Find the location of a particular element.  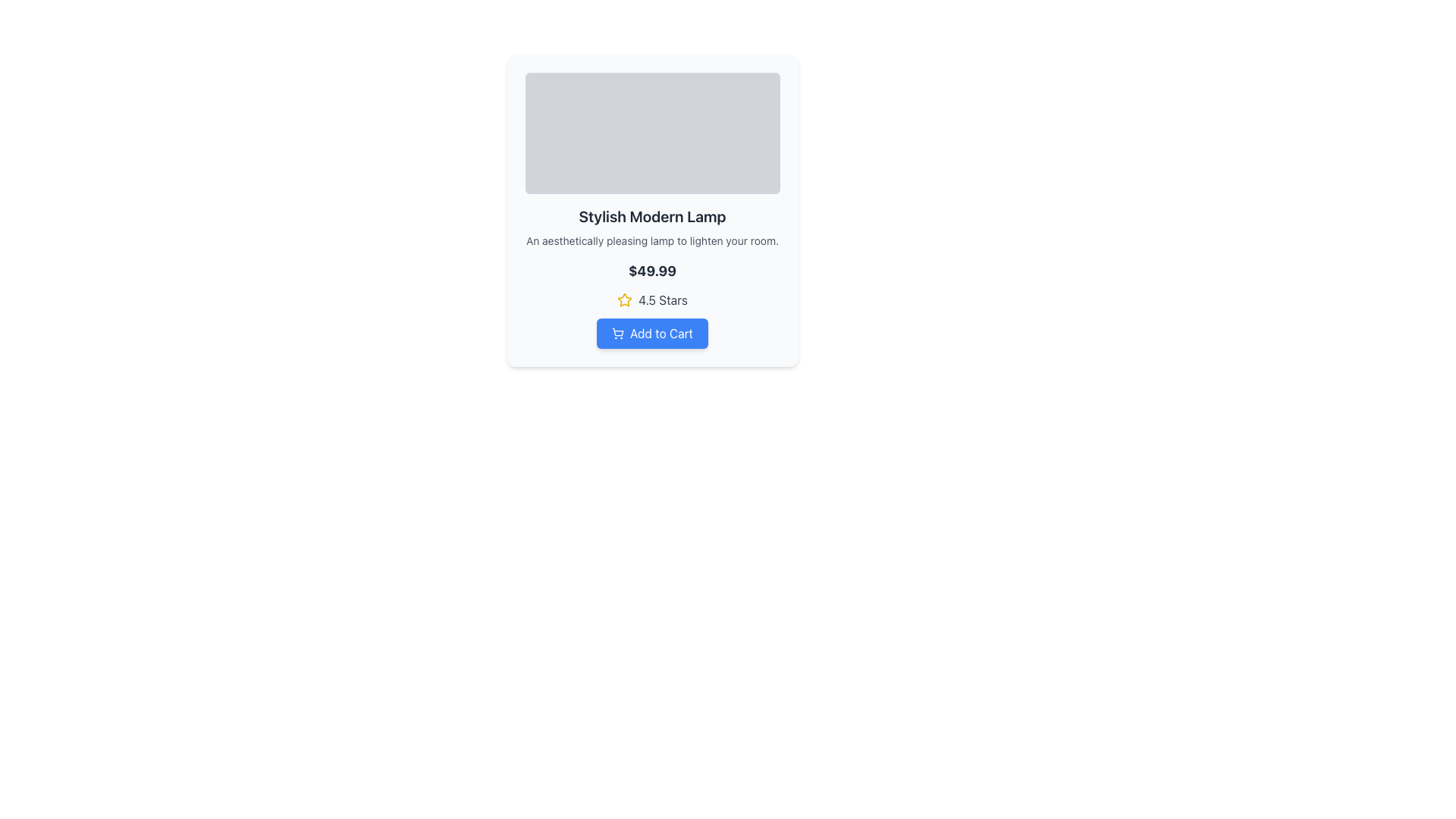

styling of the Image Placeholder located at the top of the product display card, directly above the text 'Stylish Modern Lamp' is located at coordinates (652, 133).